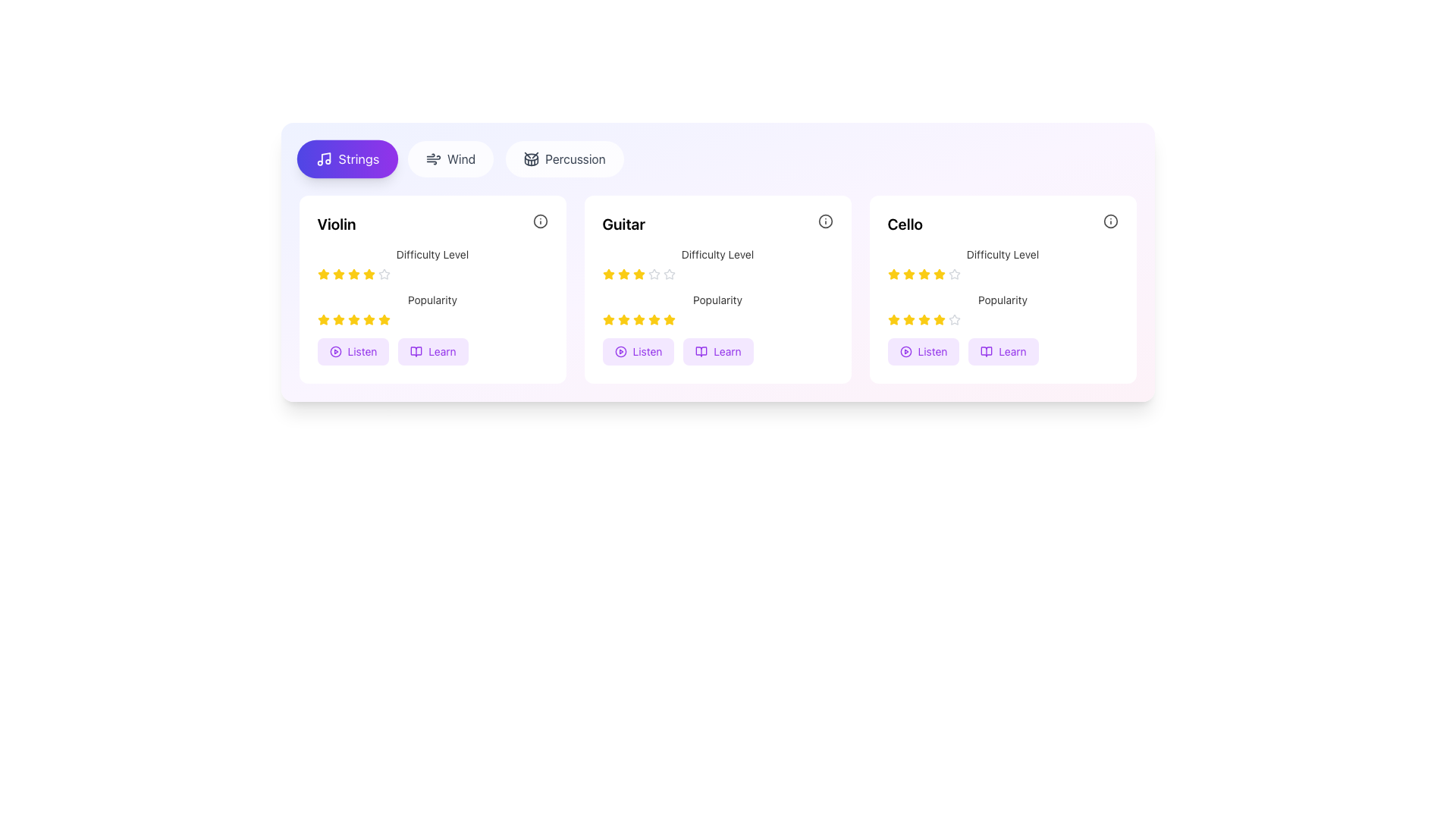 The width and height of the screenshot is (1456, 819). Describe the element at coordinates (323, 158) in the screenshot. I see `the icon representing the category related to musical strings or instruments, located to the left of the 'Strings' button in the top-left corner of the interface` at that location.